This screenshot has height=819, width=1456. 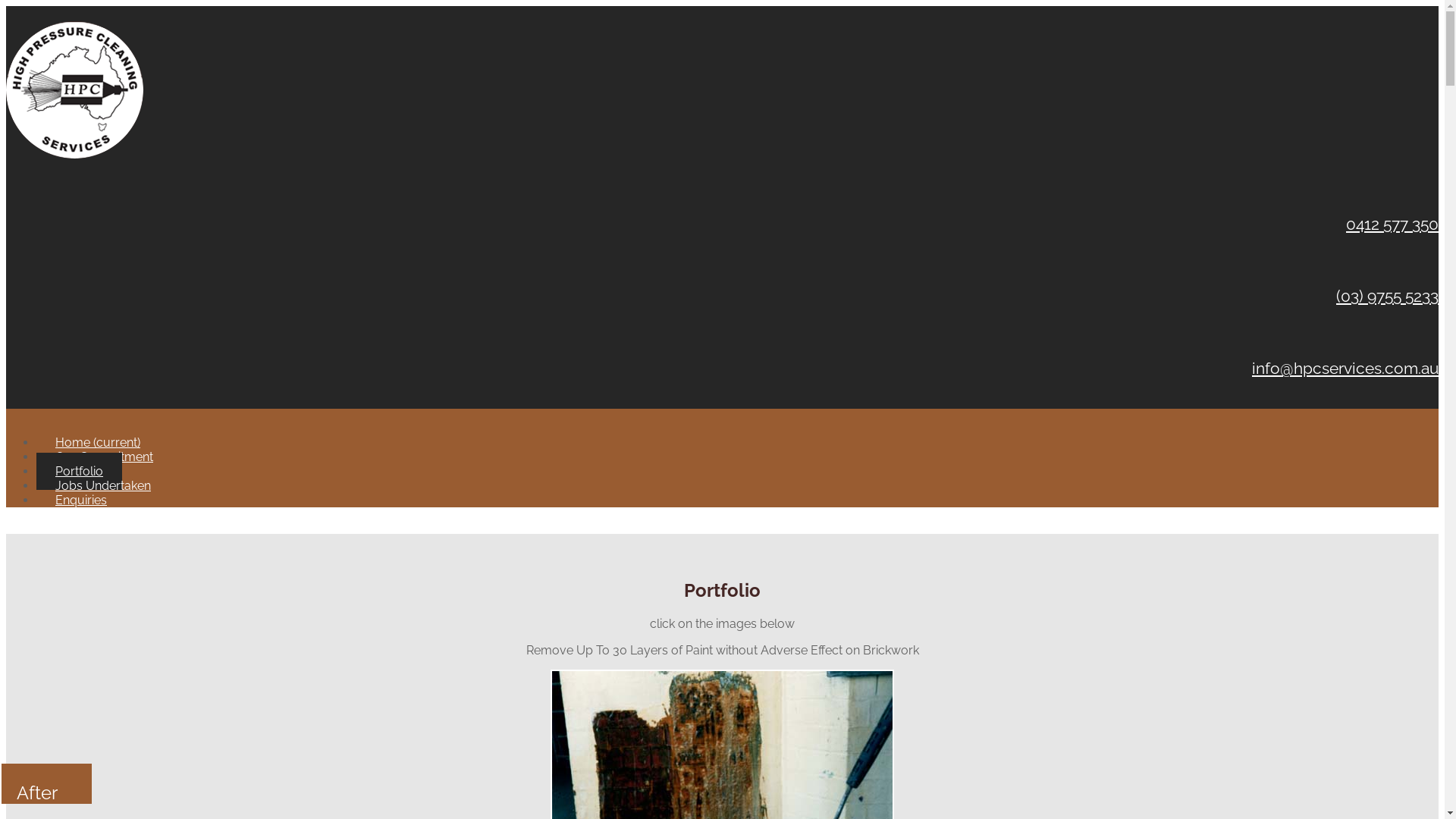 What do you see at coordinates (36, 500) in the screenshot?
I see `'Enquiries'` at bounding box center [36, 500].